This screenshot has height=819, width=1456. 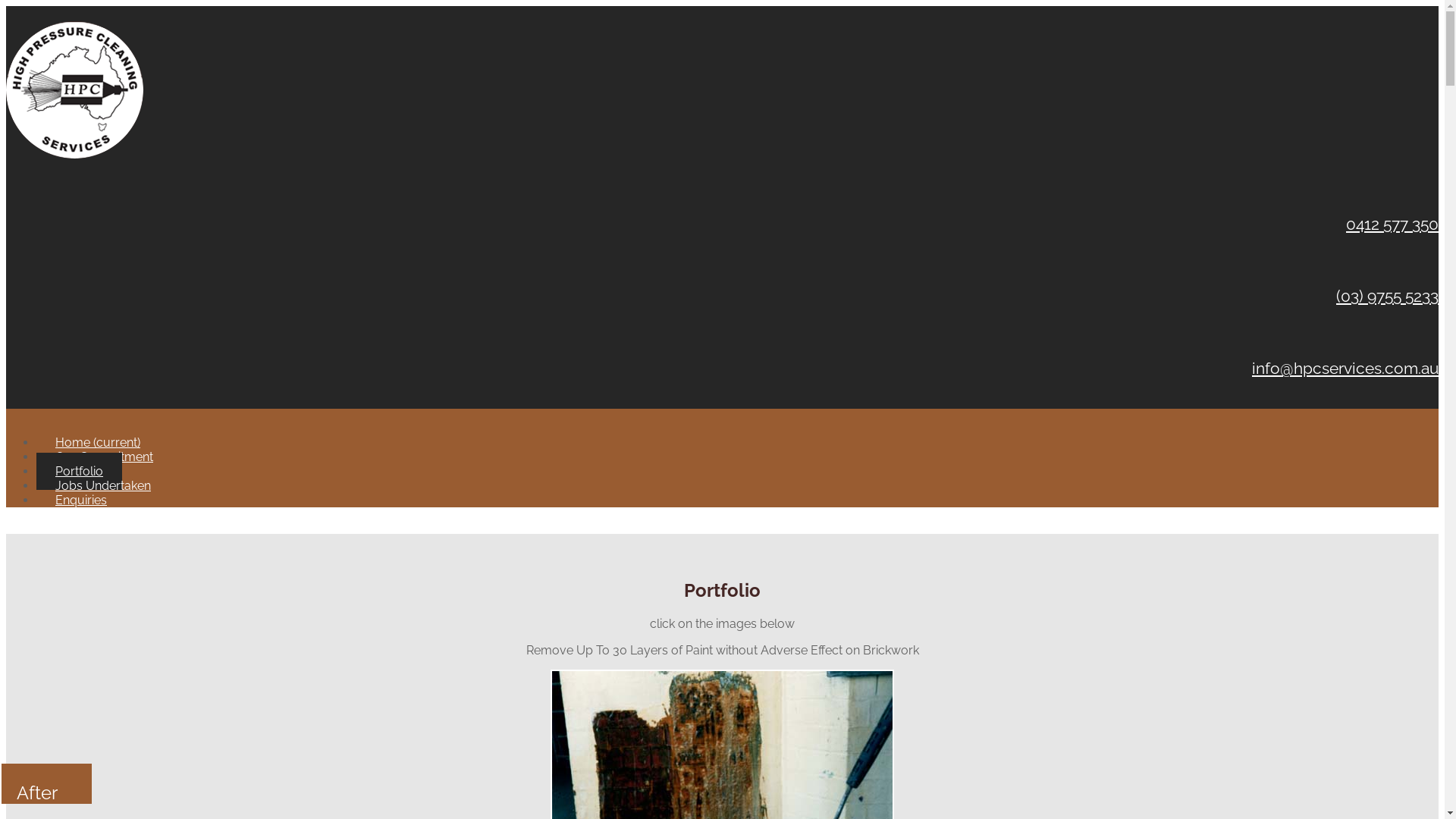 What do you see at coordinates (36, 500) in the screenshot?
I see `'Enquiries'` at bounding box center [36, 500].